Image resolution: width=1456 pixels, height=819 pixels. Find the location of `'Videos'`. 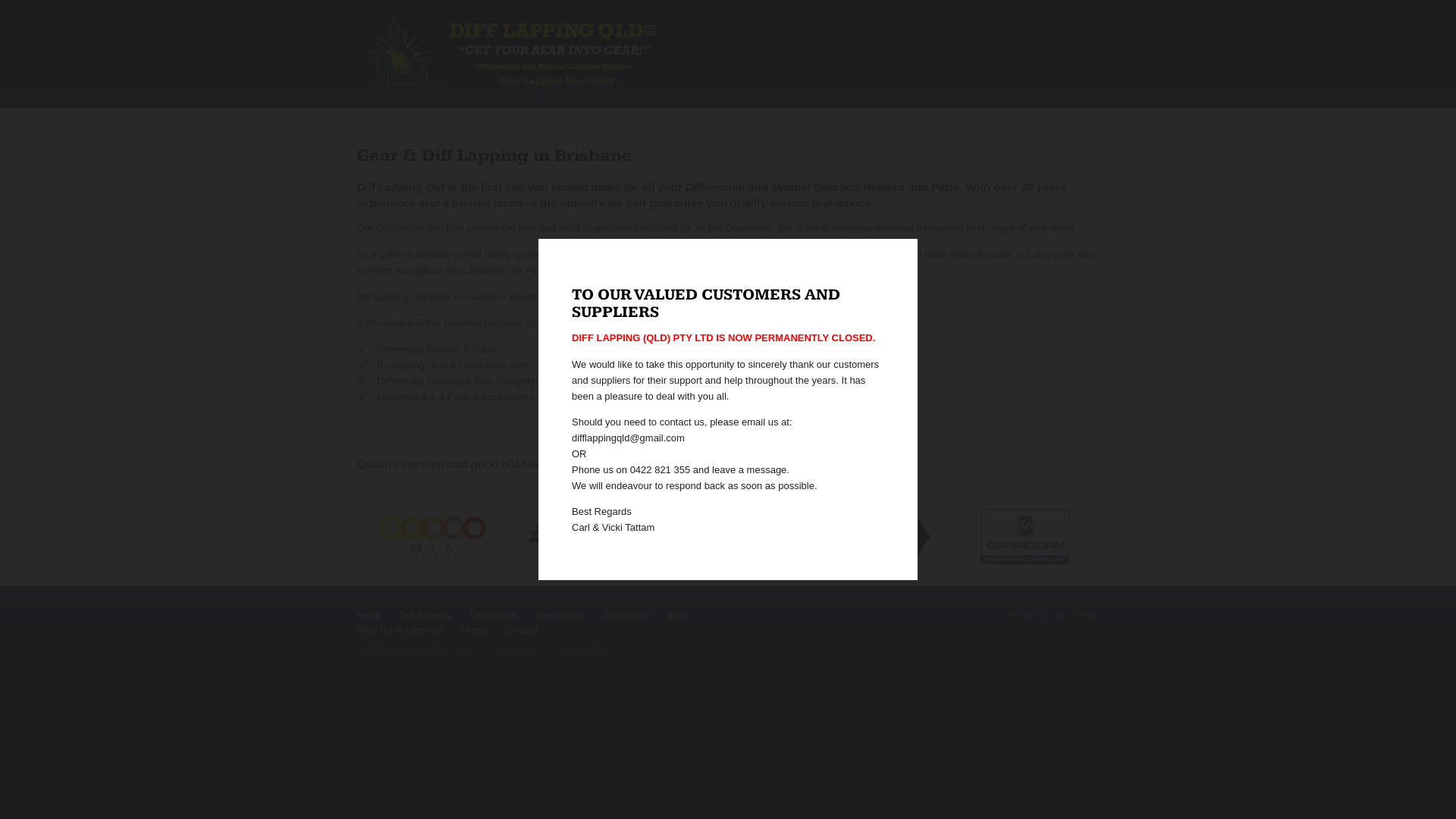

'Videos' is located at coordinates (473, 630).